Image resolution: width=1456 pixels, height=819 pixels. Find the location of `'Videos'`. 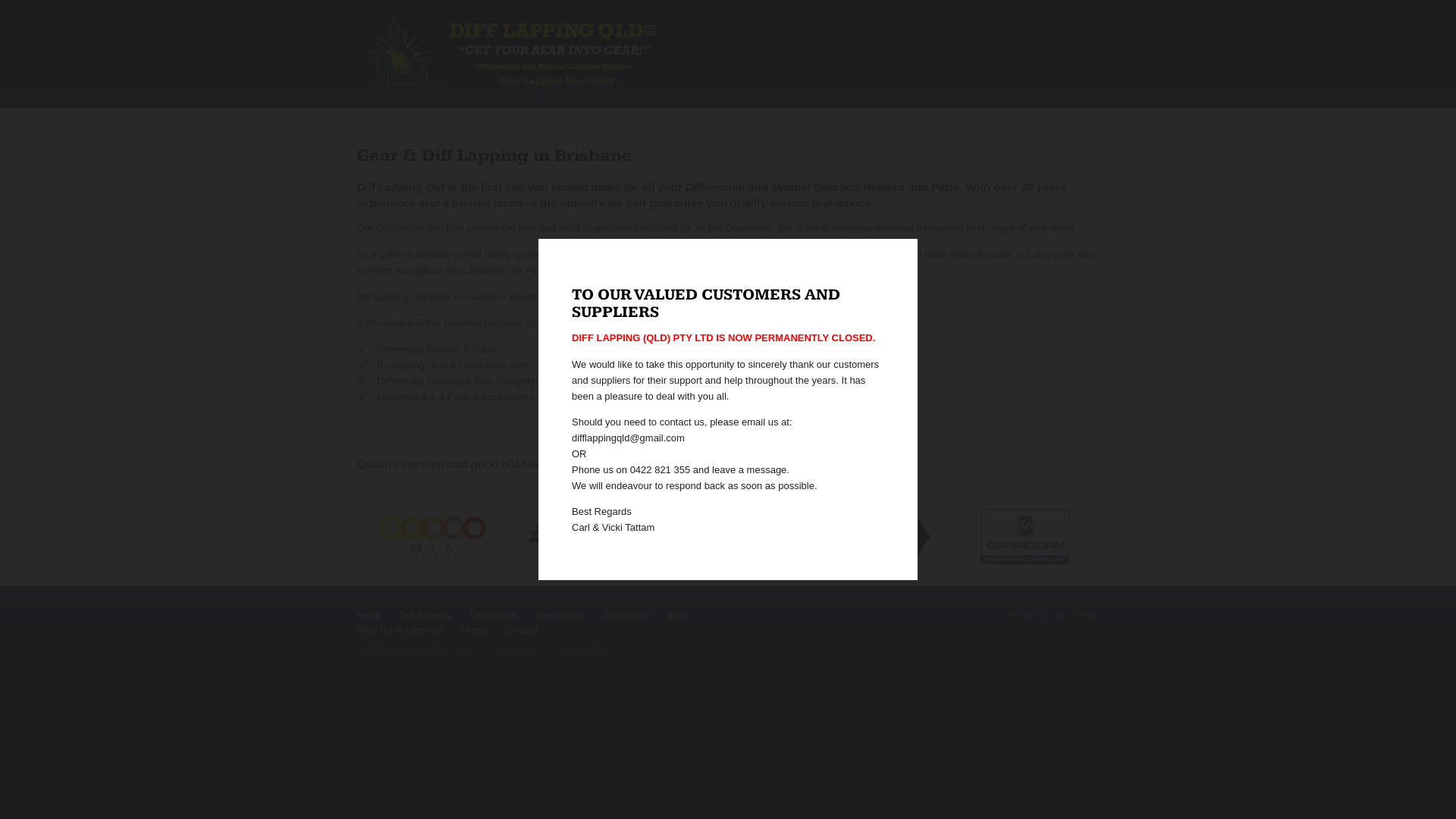

'Videos' is located at coordinates (473, 630).